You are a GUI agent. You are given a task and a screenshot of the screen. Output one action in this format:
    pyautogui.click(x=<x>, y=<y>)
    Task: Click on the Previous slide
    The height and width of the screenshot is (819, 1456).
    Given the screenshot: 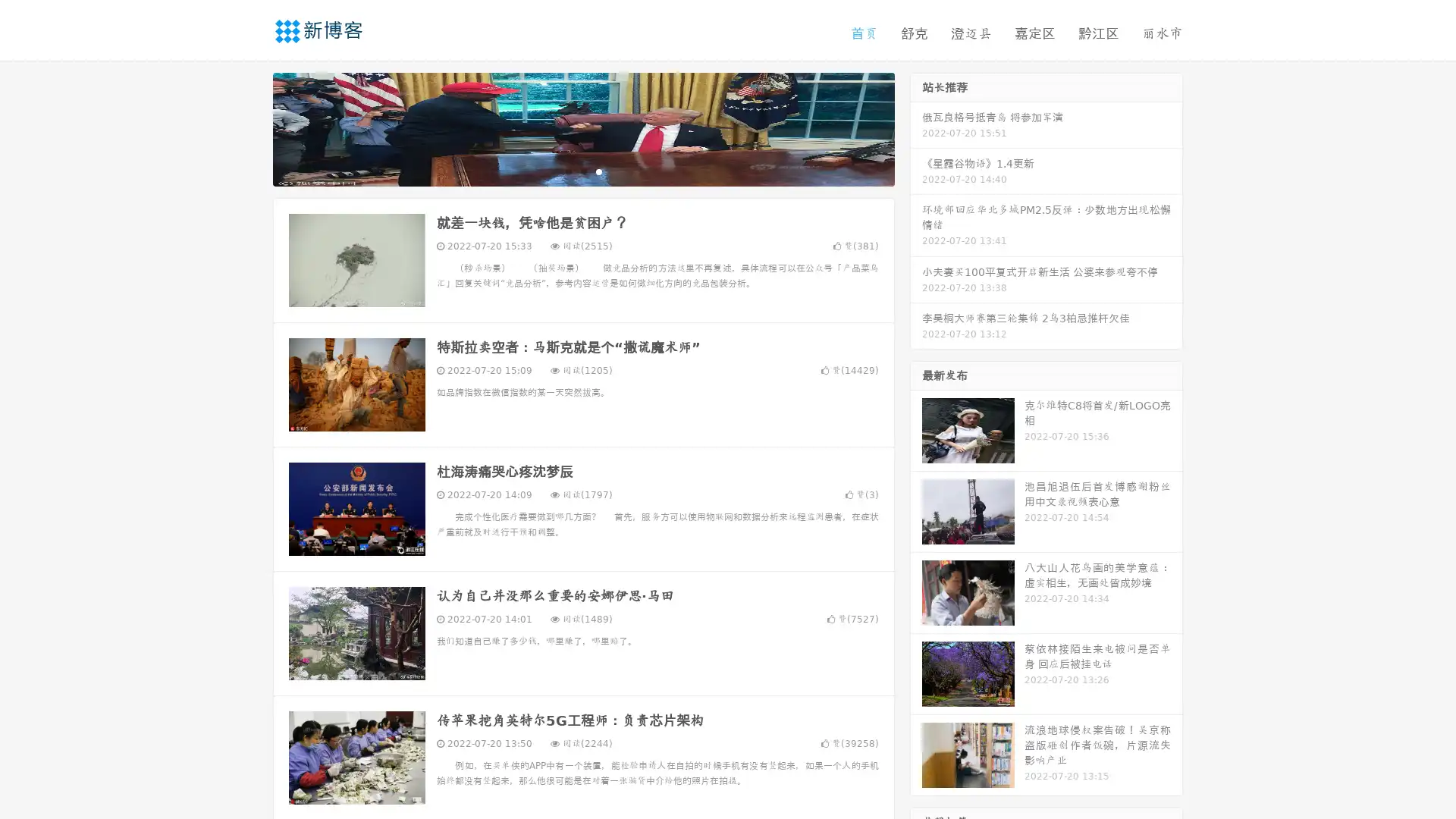 What is the action you would take?
    pyautogui.click(x=250, y=127)
    